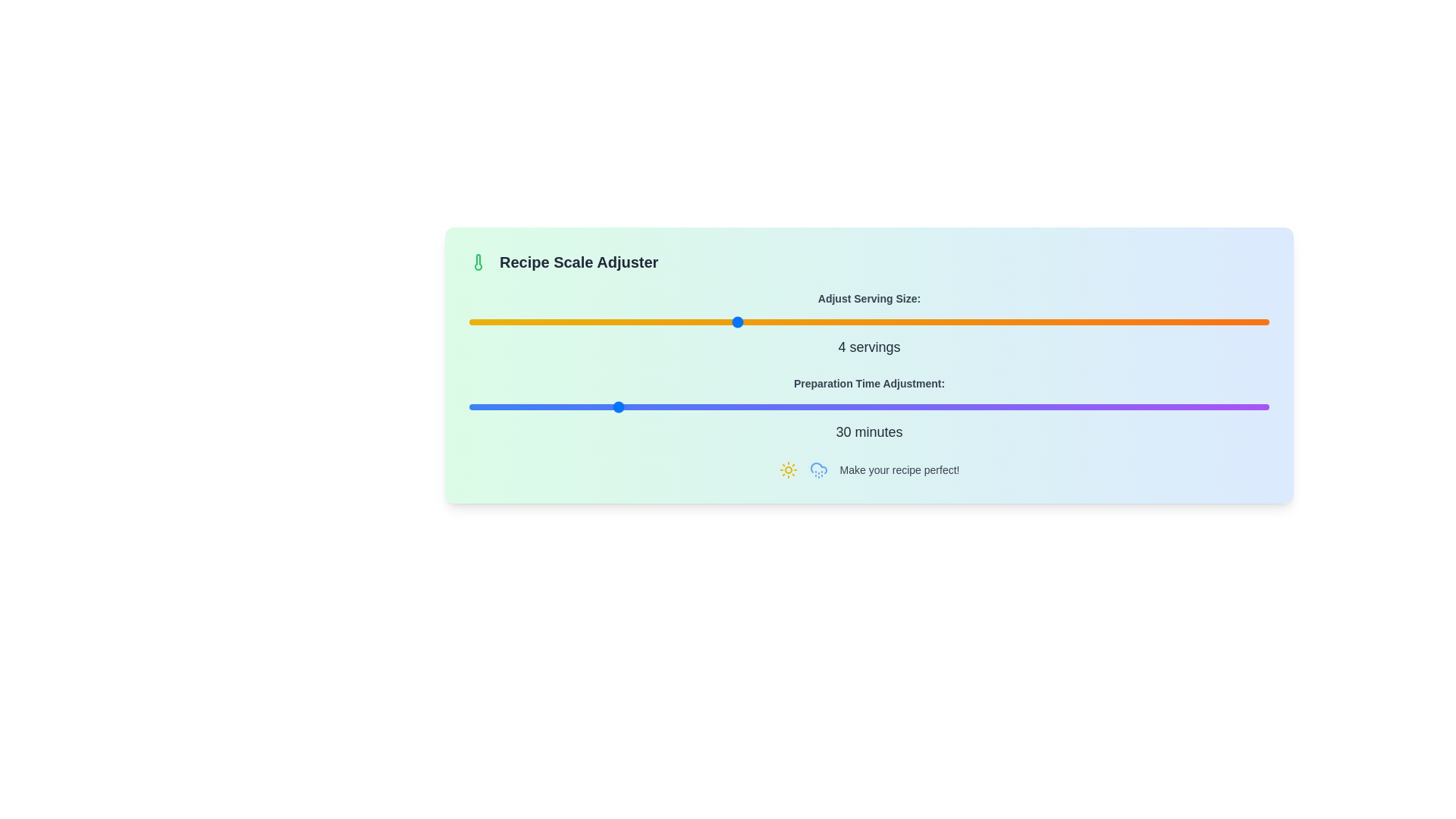 The height and width of the screenshot is (819, 1456). What do you see at coordinates (869, 324) in the screenshot?
I see `the slider for adjusting the serving size, which is labeled as '4 servings', located beneath the 'Recipe Scale Adjuster' heading` at bounding box center [869, 324].